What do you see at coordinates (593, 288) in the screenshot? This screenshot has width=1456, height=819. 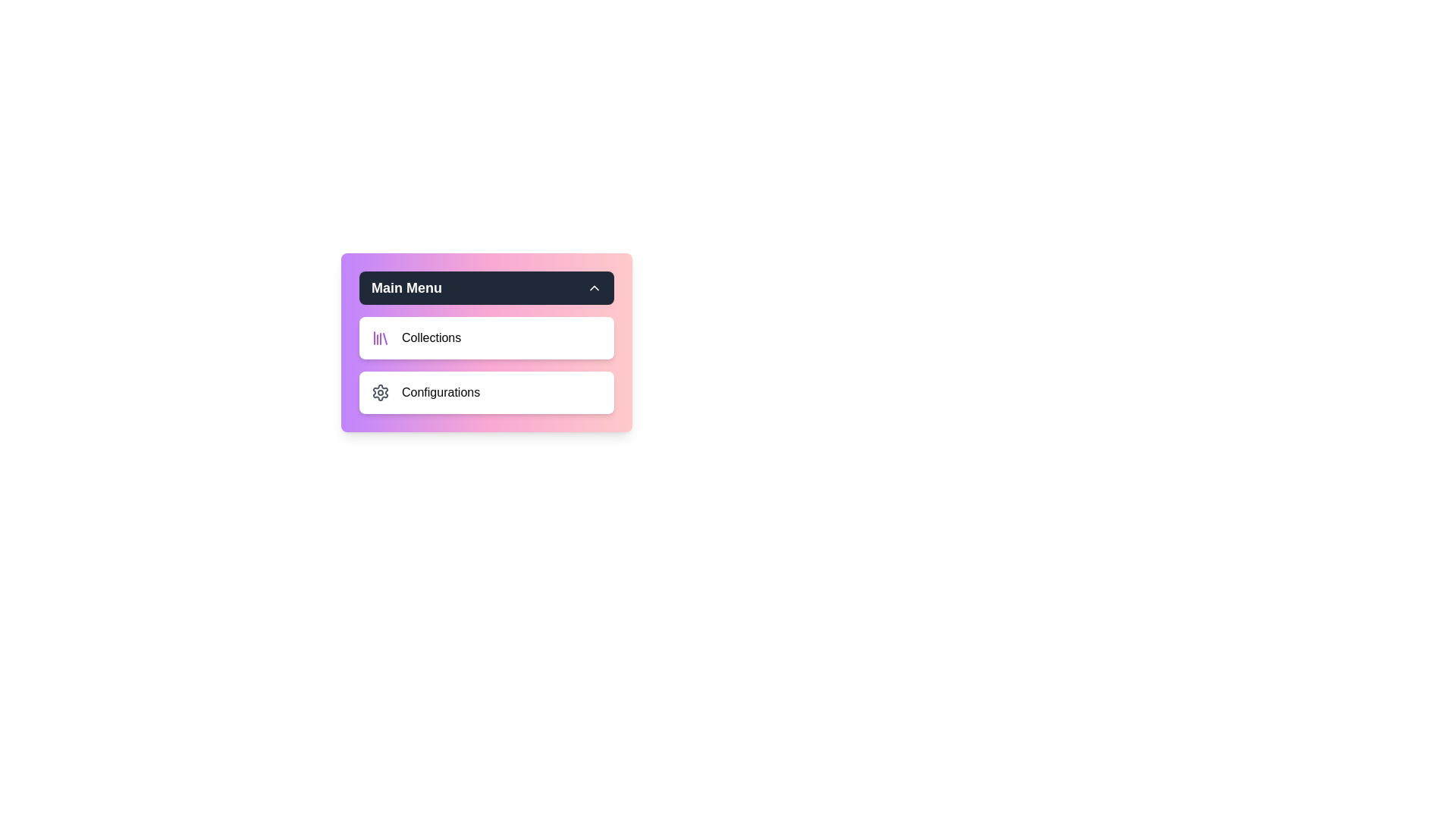 I see `the small upward-pointing chevron icon located on the right side of the 'Main Menu' section's header` at bounding box center [593, 288].